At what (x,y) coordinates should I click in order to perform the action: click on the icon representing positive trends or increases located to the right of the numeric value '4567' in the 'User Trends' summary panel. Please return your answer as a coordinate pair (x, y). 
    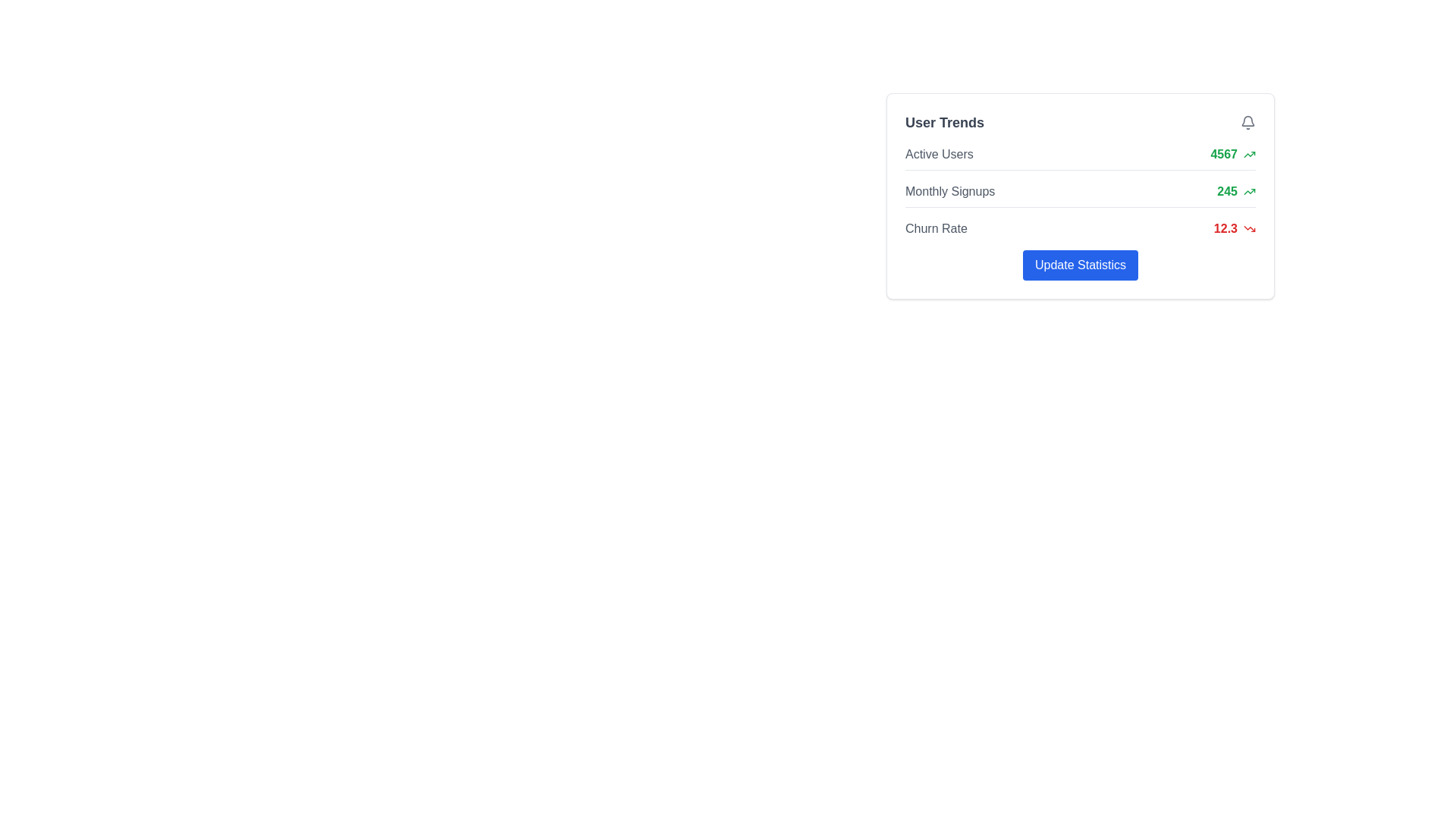
    Looking at the image, I should click on (1249, 155).